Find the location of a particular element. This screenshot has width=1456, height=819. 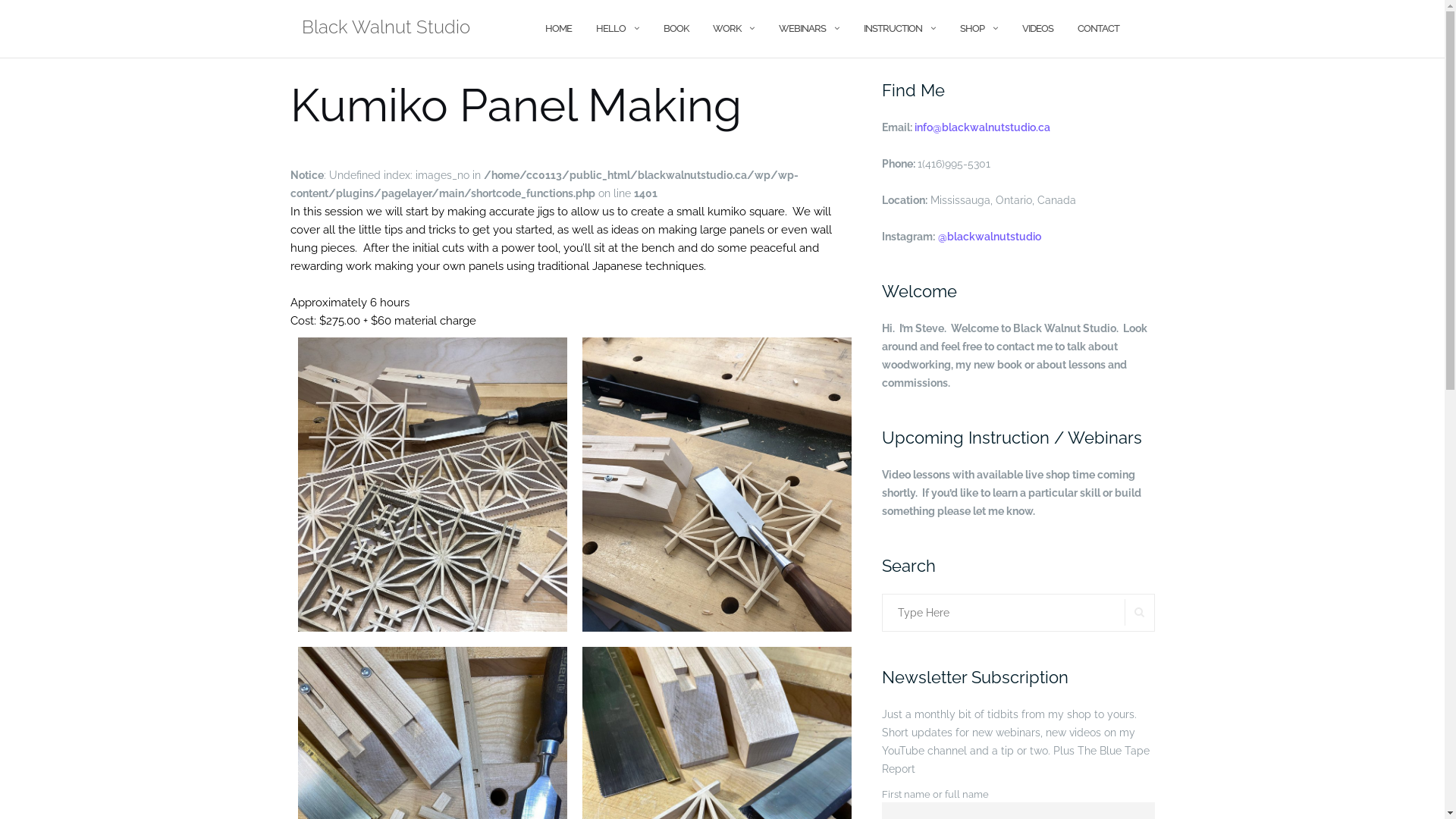

'INSTRUCTION' is located at coordinates (892, 28).